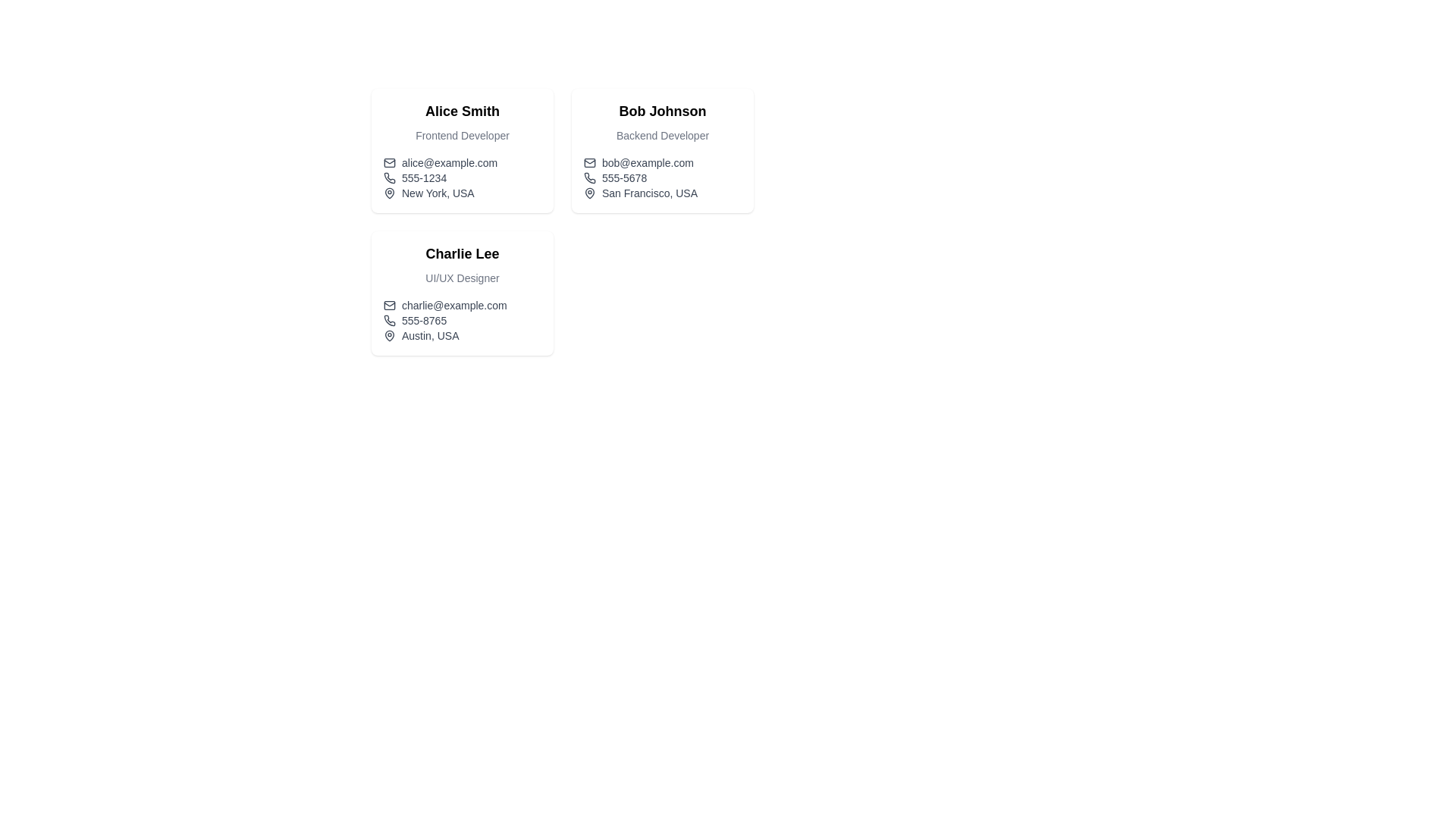  I want to click on the phone receiver icon located, so click(389, 320).